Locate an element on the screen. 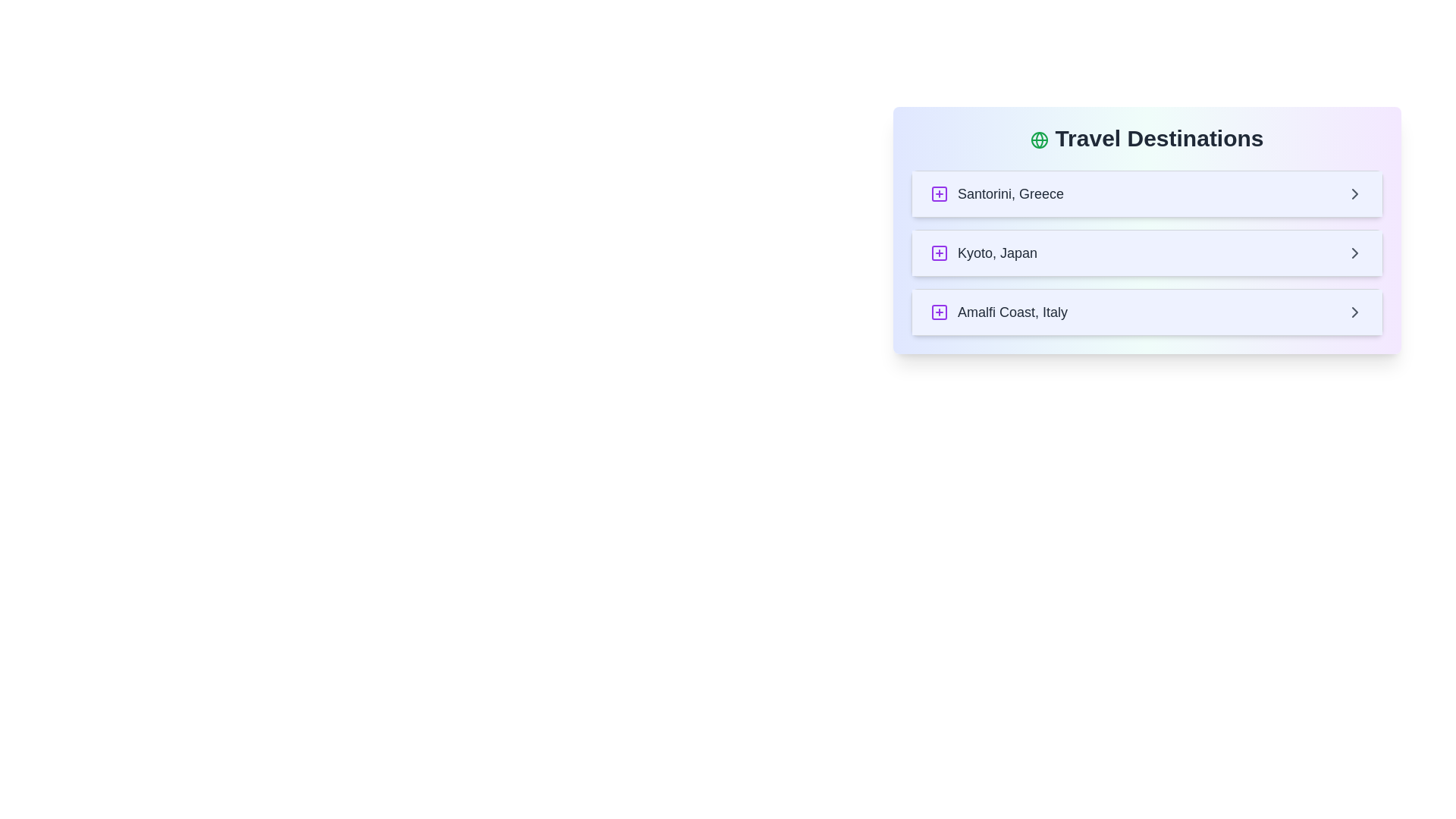 This screenshot has height=819, width=1456. the right-pointing chevron-shaped arrow icon that is part of the 'Kyoto, Japan' travel destination option is located at coordinates (1354, 253).